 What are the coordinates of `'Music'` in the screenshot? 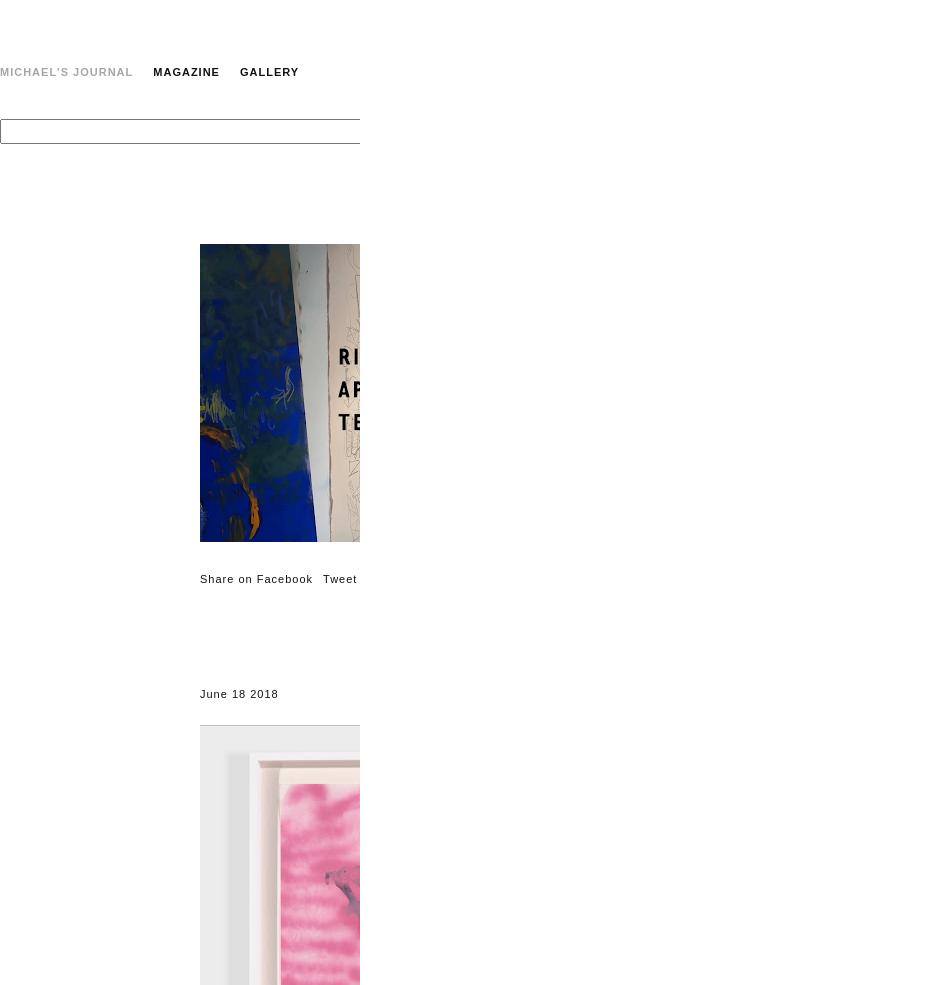 It's located at (912, 324).